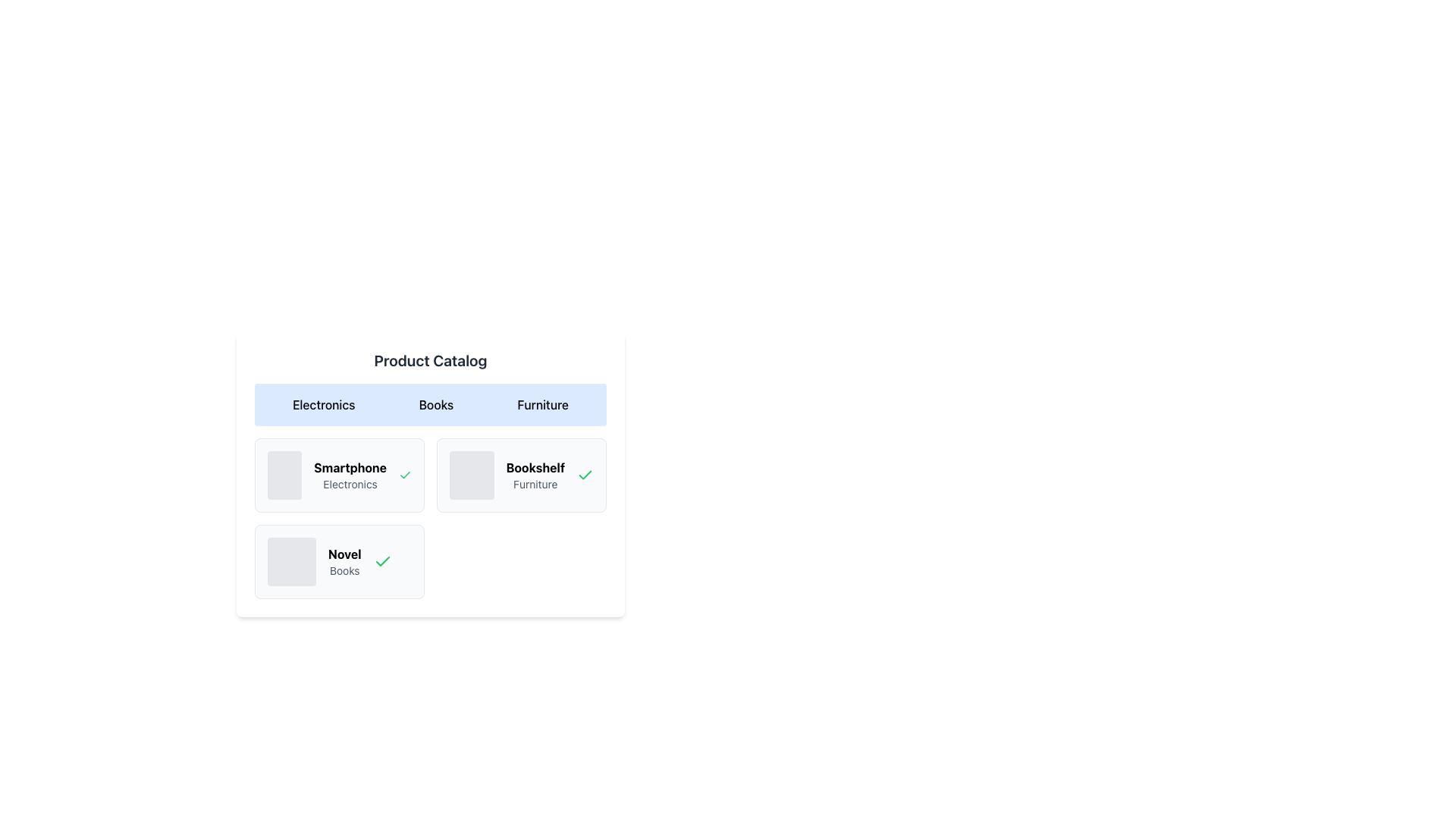 The image size is (1456, 819). Describe the element at coordinates (585, 474) in the screenshot. I see `the Icon indicating that the 'Smartphone' item is marked as selected or approved in the 'Product Catalog' section, located to the right of the 'Smartphone' label` at that location.